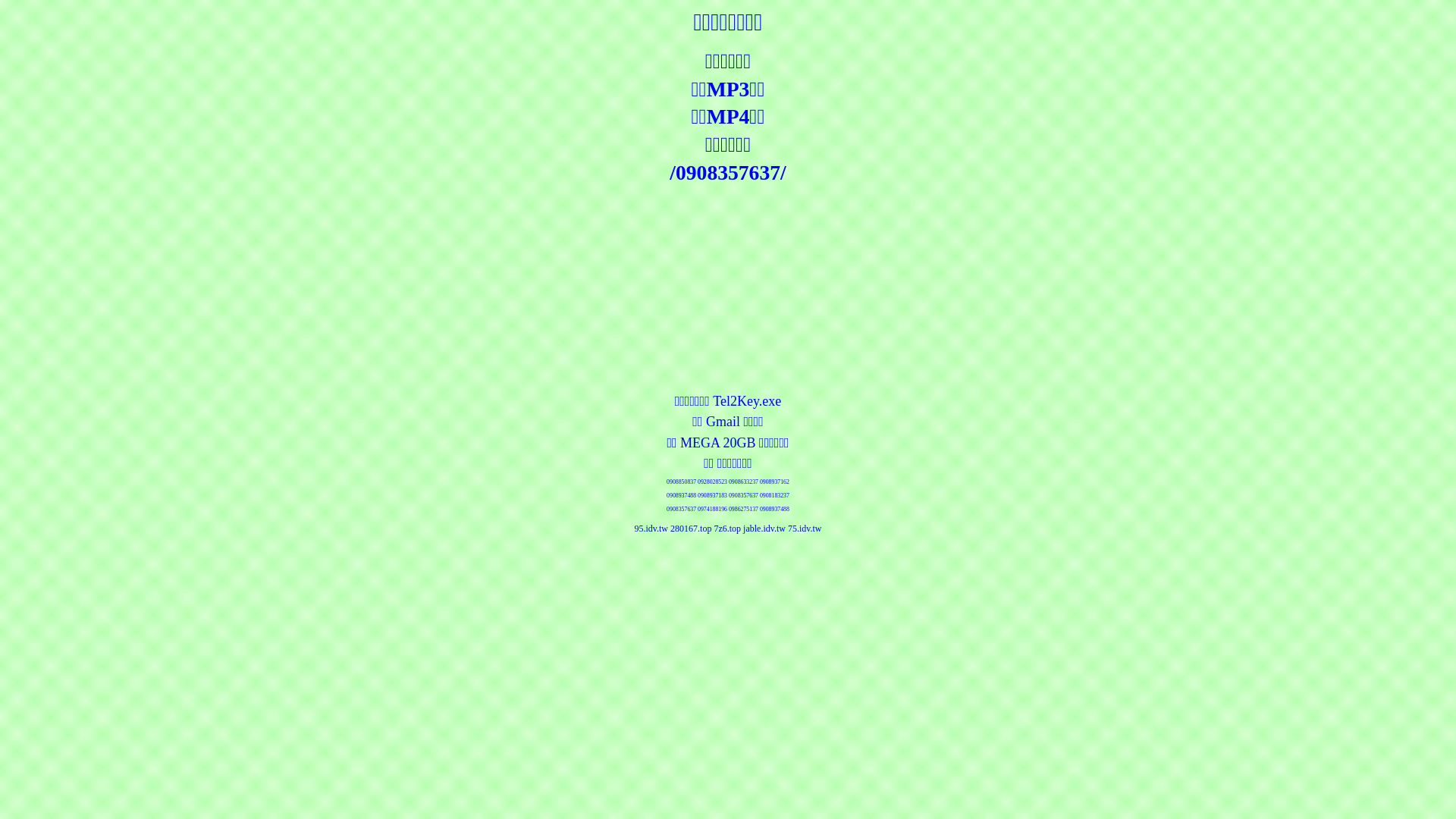 Image resolution: width=1456 pixels, height=819 pixels. Describe the element at coordinates (764, 528) in the screenshot. I see `'jable.idv.tw'` at that location.